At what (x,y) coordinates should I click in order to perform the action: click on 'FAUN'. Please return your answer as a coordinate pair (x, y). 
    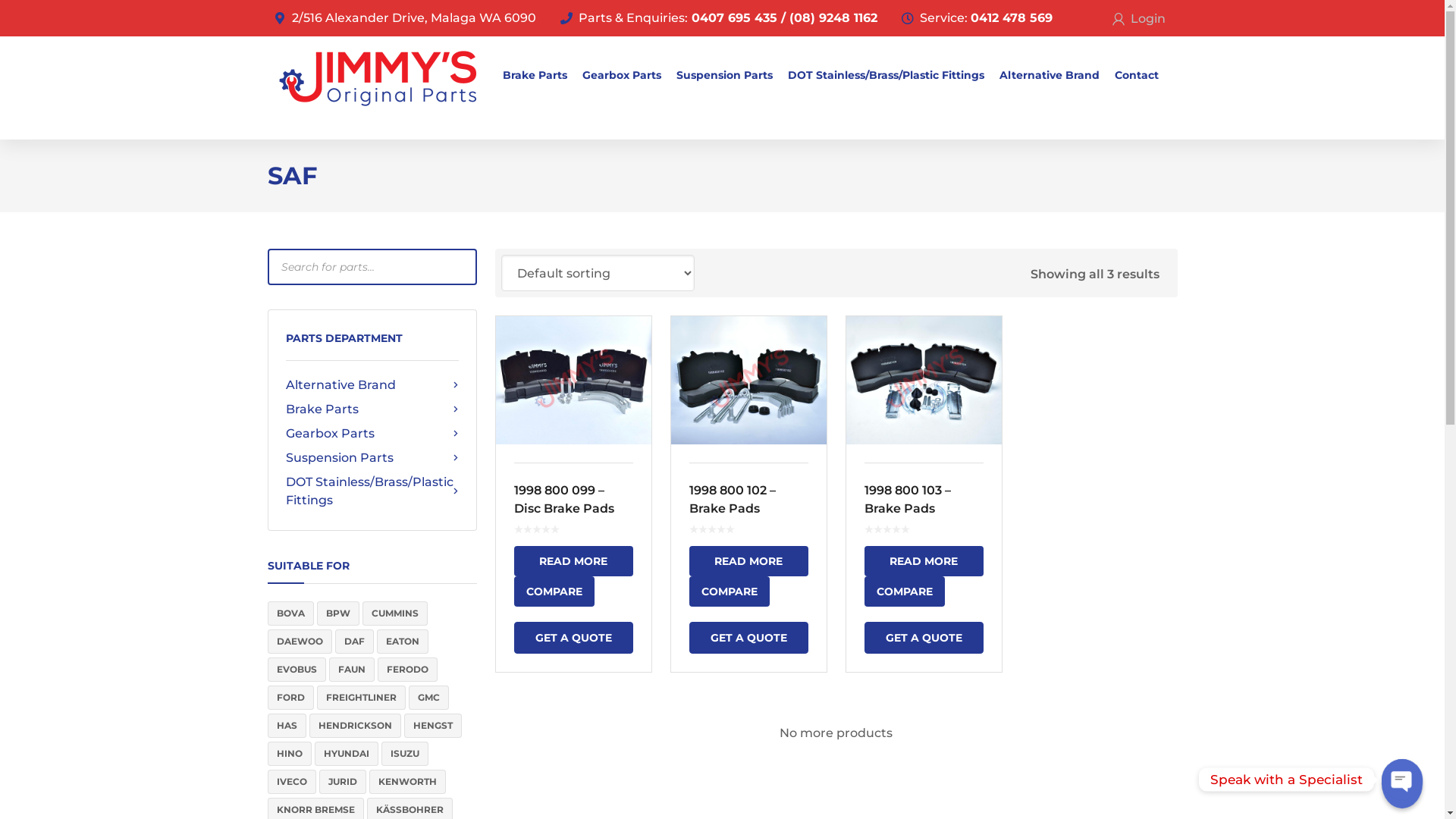
    Looking at the image, I should click on (351, 669).